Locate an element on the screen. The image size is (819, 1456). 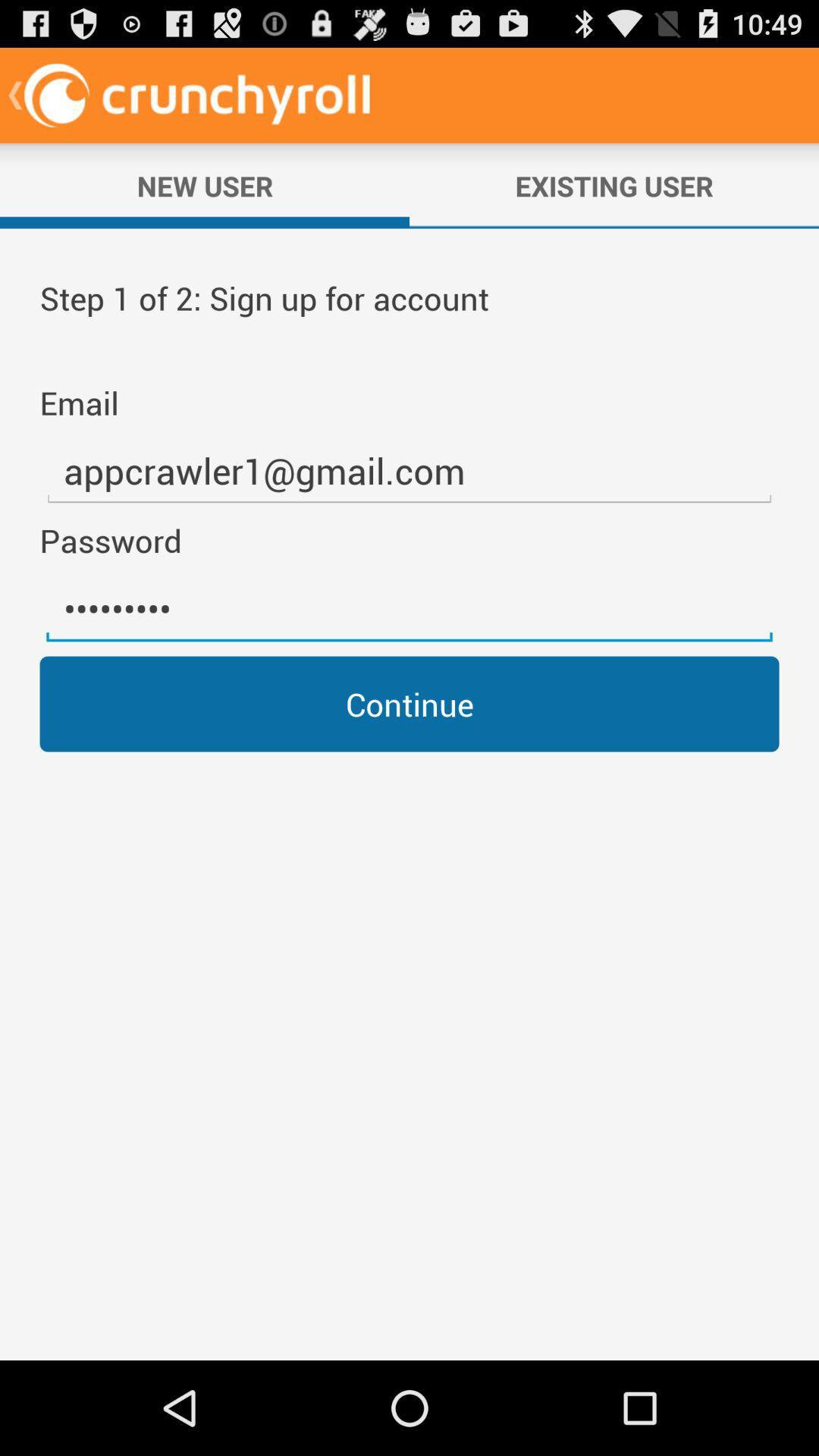
the icon to the left of the existing user icon is located at coordinates (205, 185).